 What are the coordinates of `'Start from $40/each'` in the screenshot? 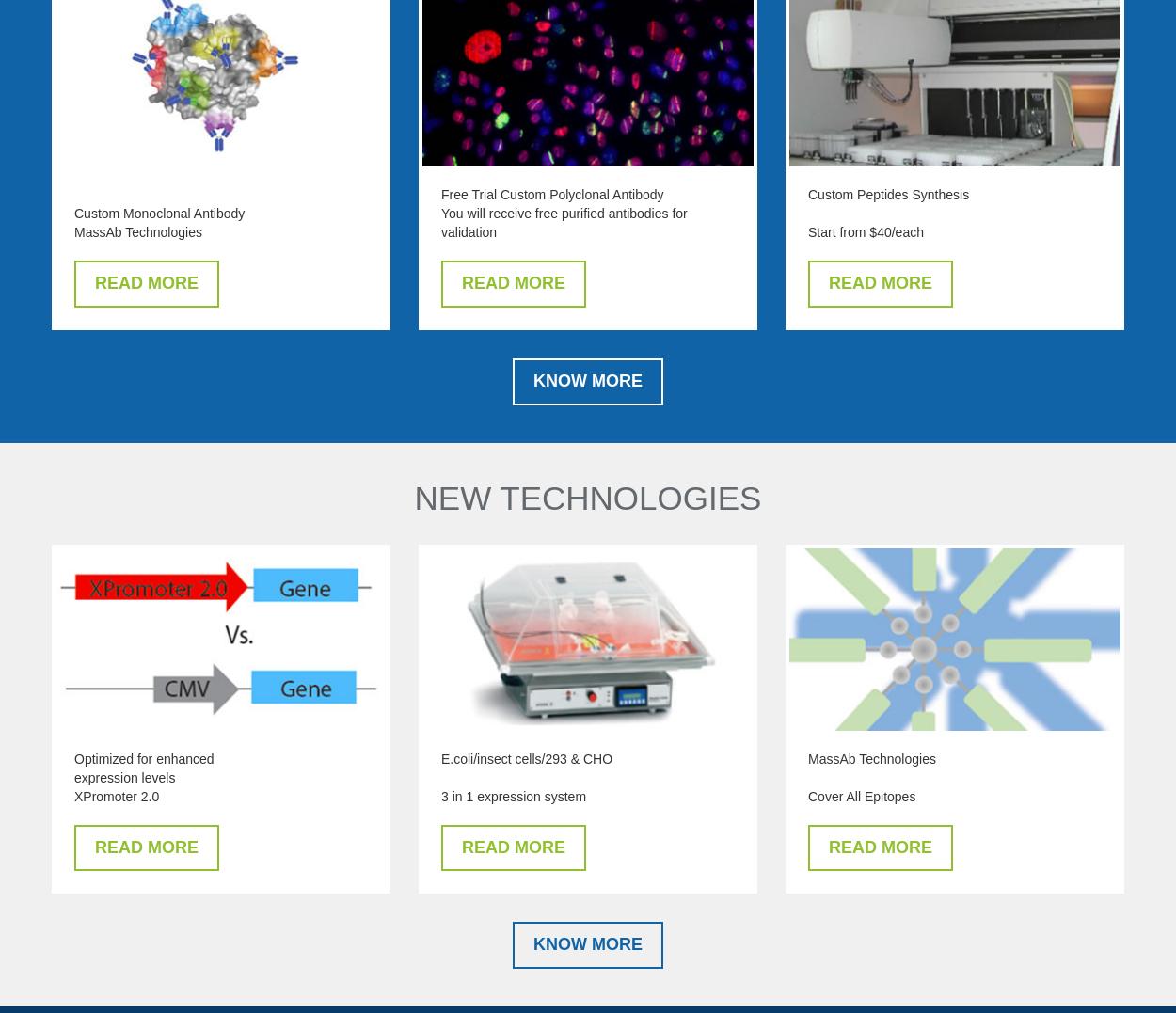 It's located at (866, 231).